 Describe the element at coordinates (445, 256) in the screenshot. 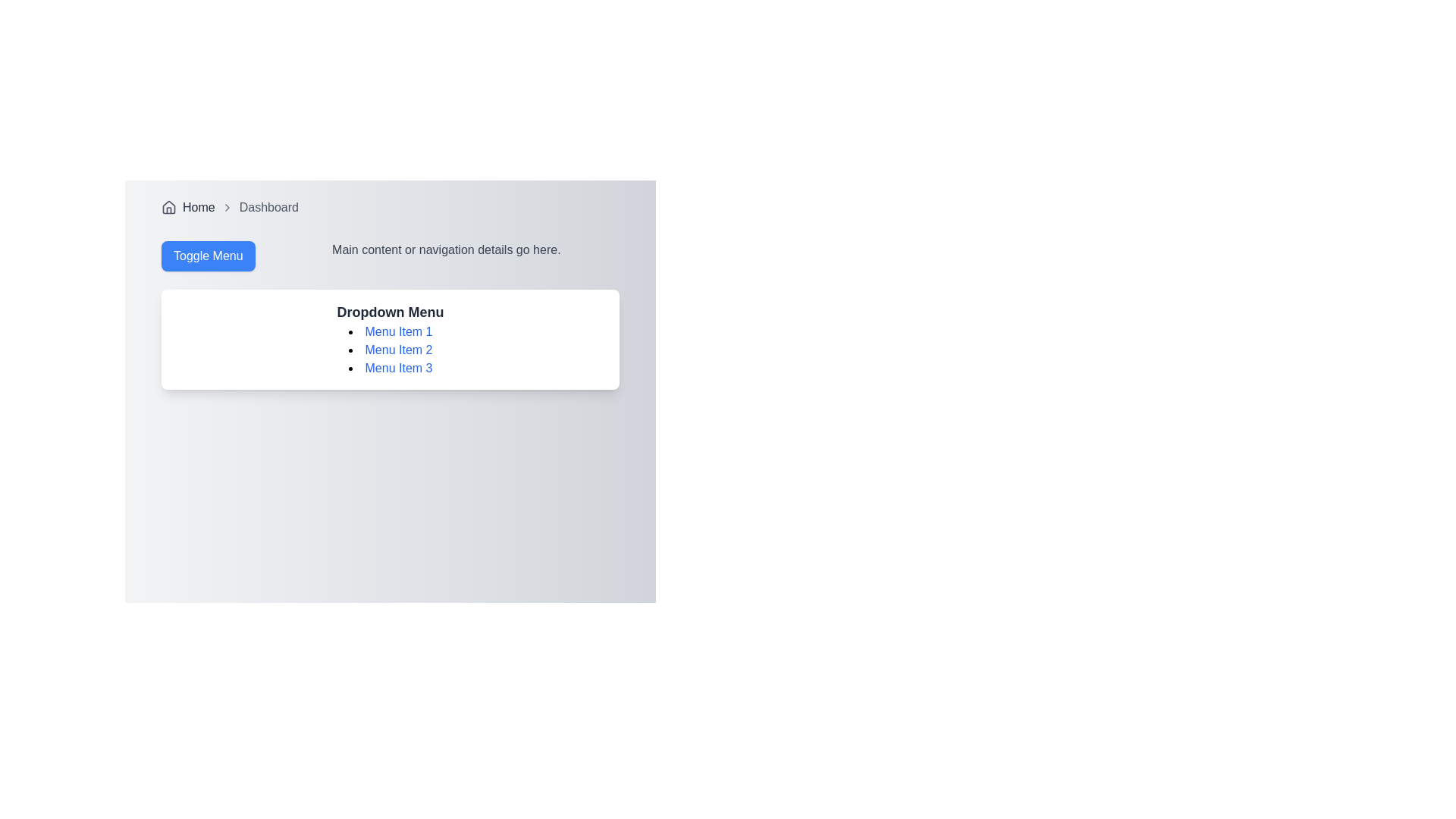

I see `the text display element located directly to the right of the 'Toggle Menu' button, which presents static informational content` at that location.